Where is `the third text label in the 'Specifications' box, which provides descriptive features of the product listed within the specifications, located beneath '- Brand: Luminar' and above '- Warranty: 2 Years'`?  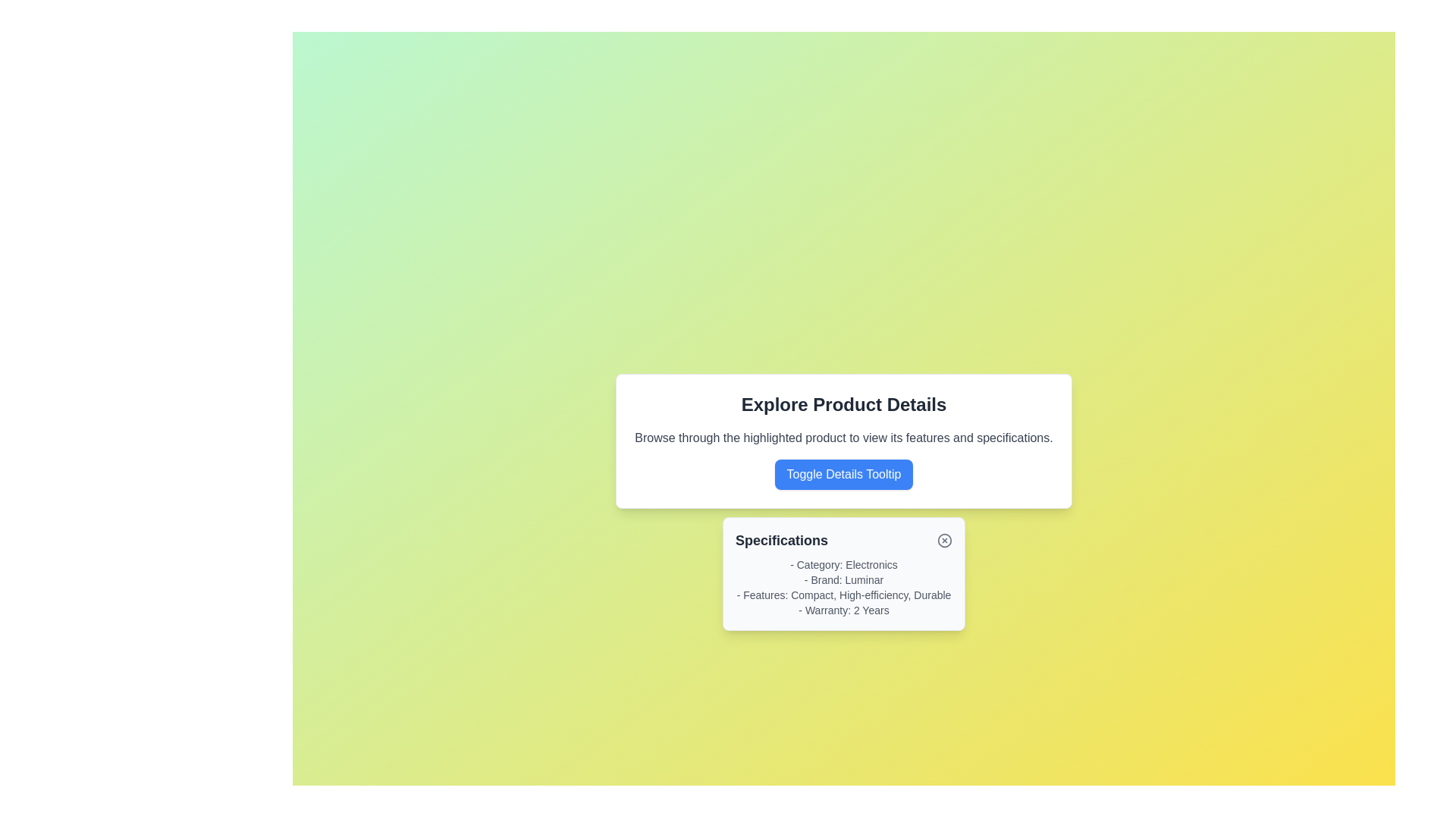
the third text label in the 'Specifications' box, which provides descriptive features of the product listed within the specifications, located beneath '- Brand: Luminar' and above '- Warranty: 2 Years' is located at coordinates (843, 595).